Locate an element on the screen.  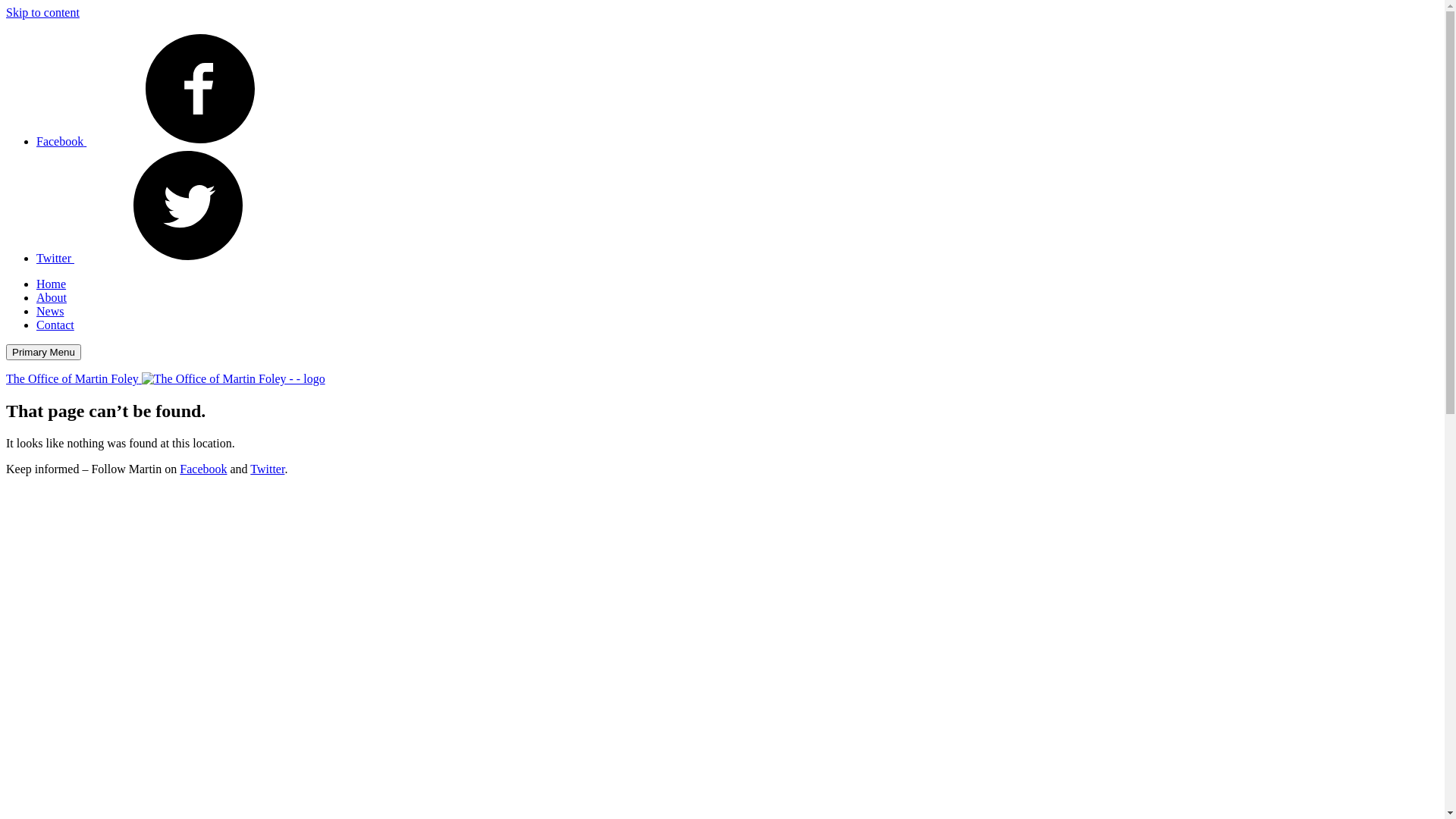
'Contact' is located at coordinates (55, 324).